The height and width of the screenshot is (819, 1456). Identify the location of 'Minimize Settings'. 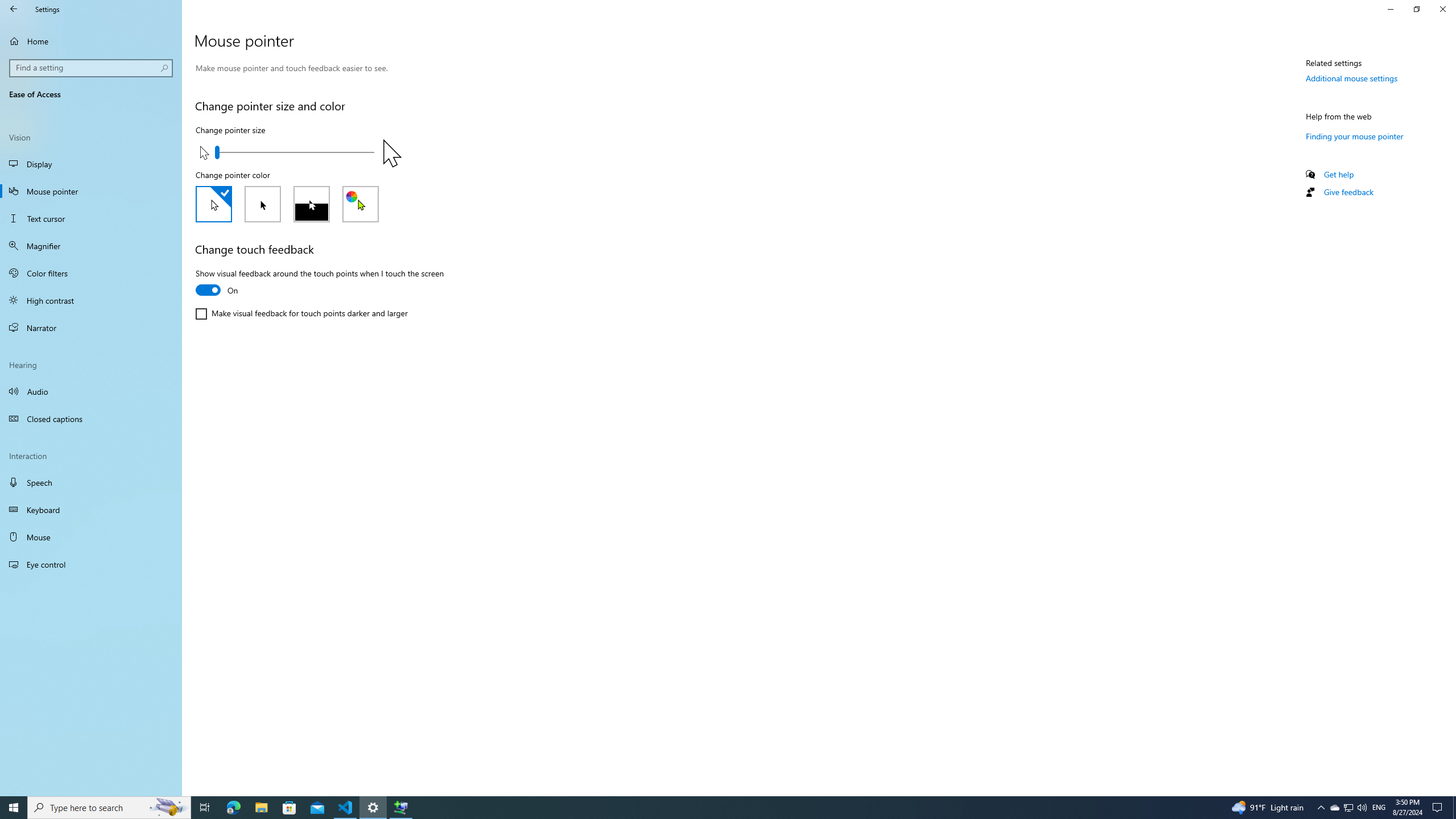
(1389, 9).